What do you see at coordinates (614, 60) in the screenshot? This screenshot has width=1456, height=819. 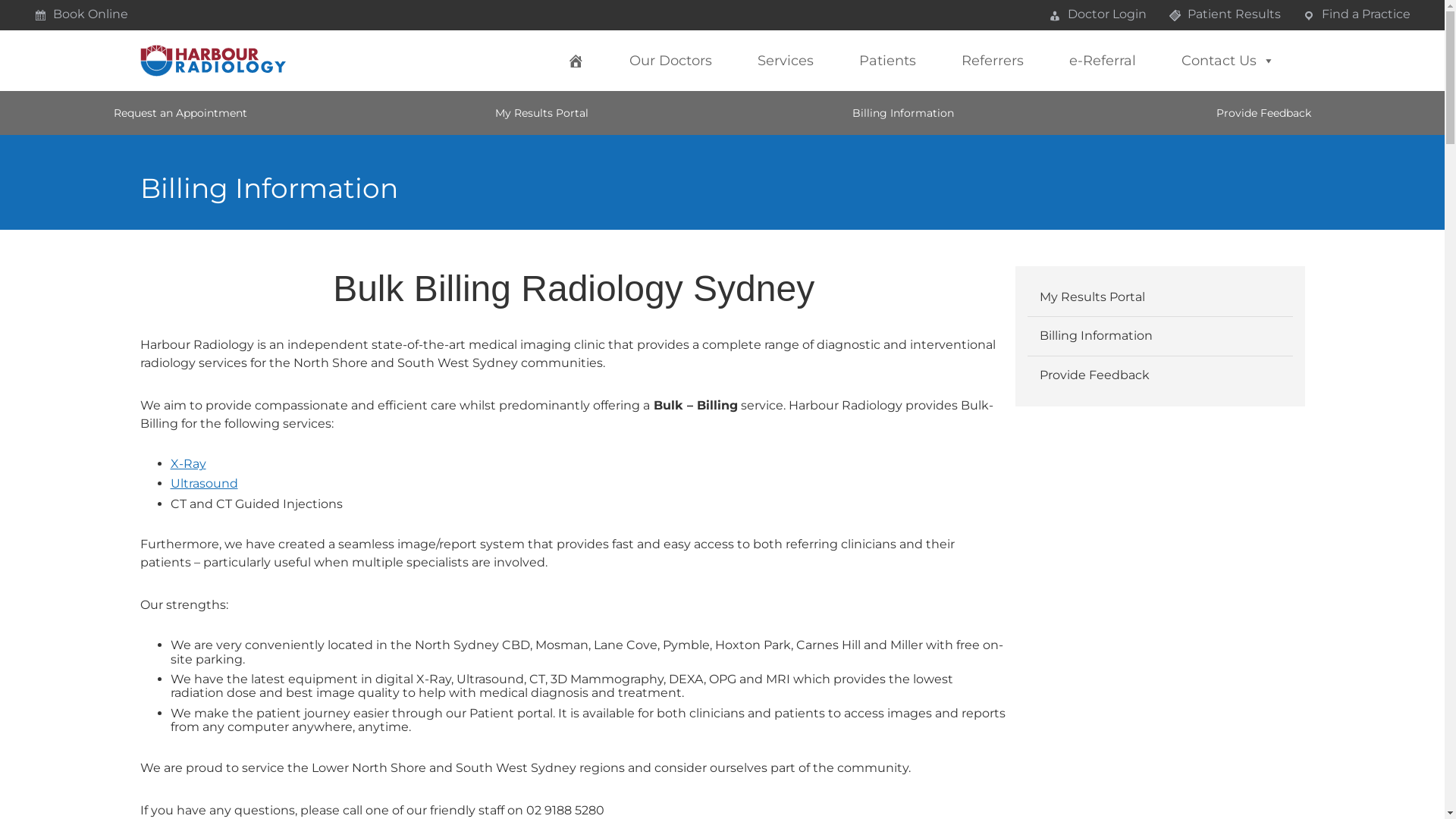 I see `'Our Doctors'` at bounding box center [614, 60].